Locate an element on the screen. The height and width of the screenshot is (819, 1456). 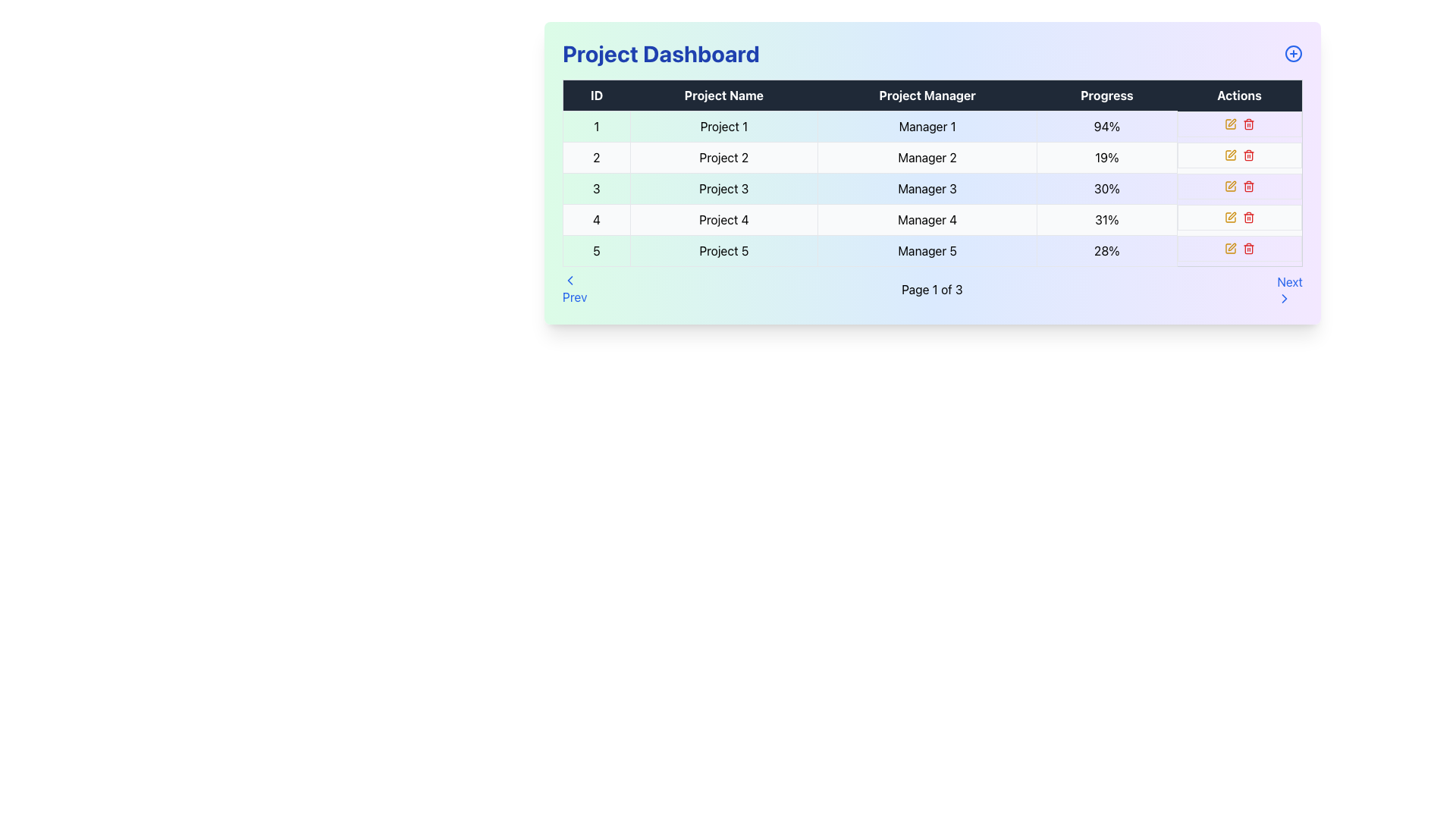
the editing icon in the first row of the 'Actions' column in the 'Project Dashboard' table is located at coordinates (1232, 215).